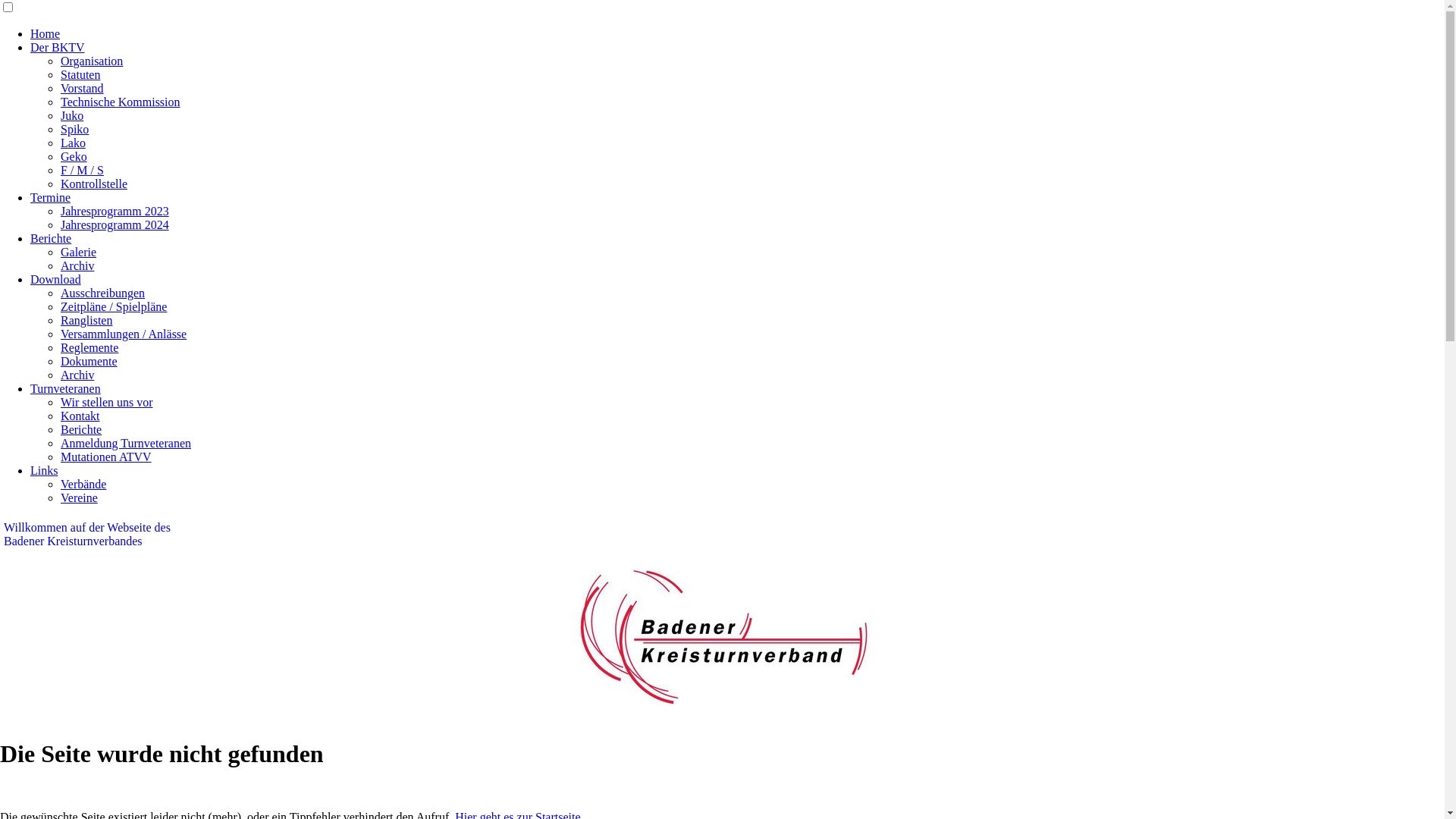  What do you see at coordinates (126, 443) in the screenshot?
I see `'Anmeldung Turnveteranen'` at bounding box center [126, 443].